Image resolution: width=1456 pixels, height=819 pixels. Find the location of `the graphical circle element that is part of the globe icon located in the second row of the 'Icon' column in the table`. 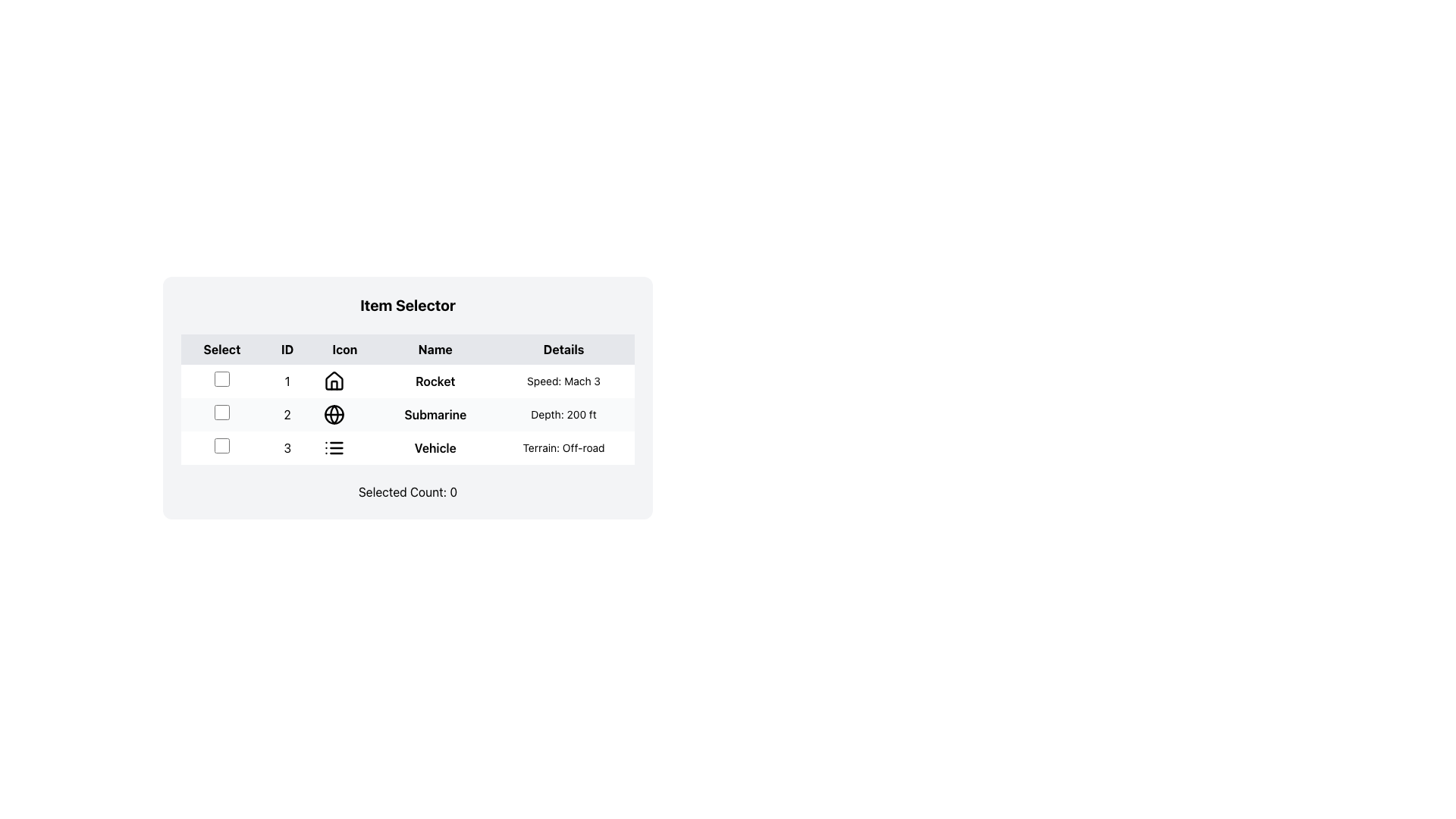

the graphical circle element that is part of the globe icon located in the second row of the 'Icon' column in the table is located at coordinates (334, 415).